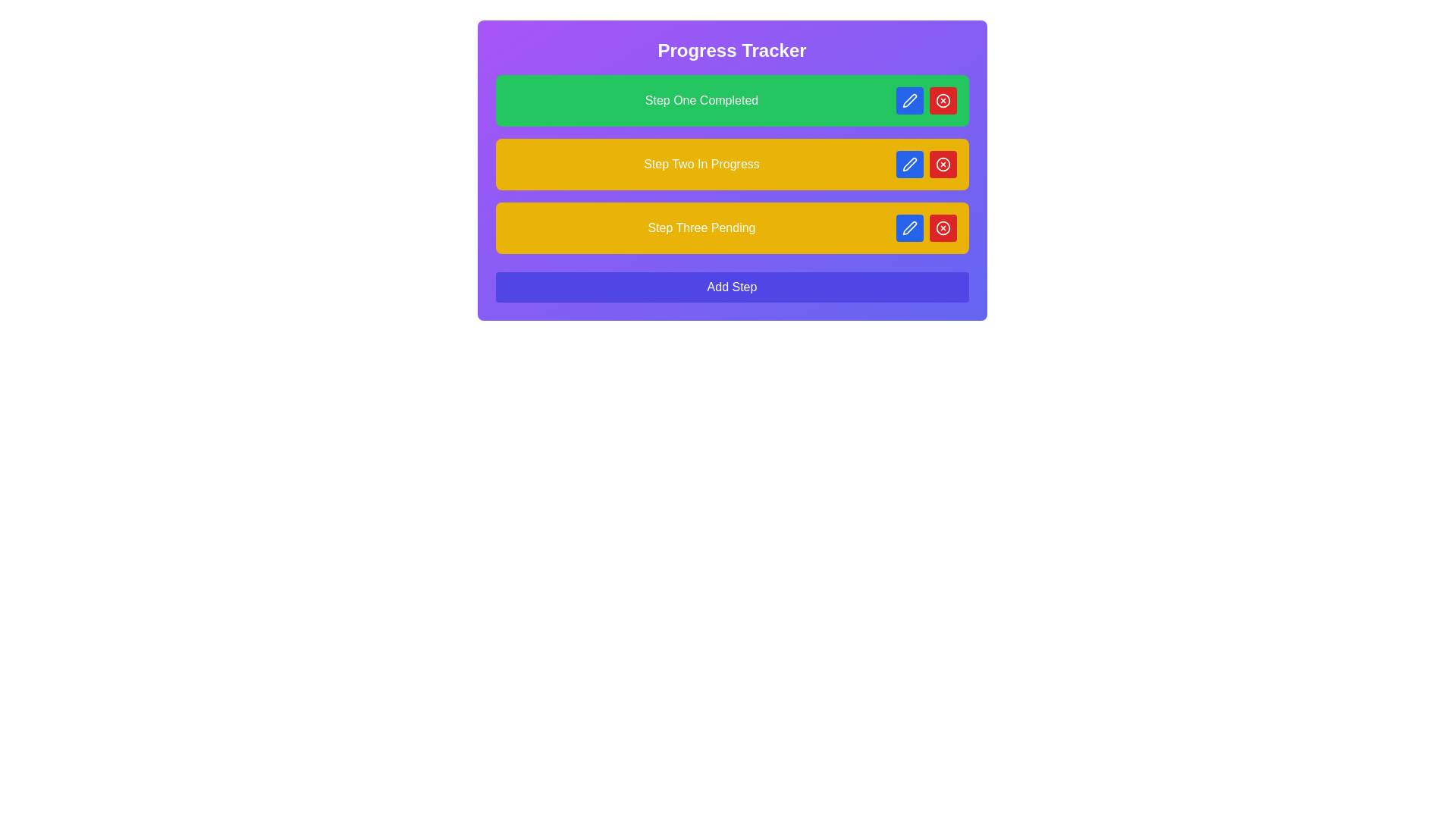  I want to click on the Icon button located in the 'Step Two In Progress' section to initiate the editing process for the associated details, so click(909, 164).